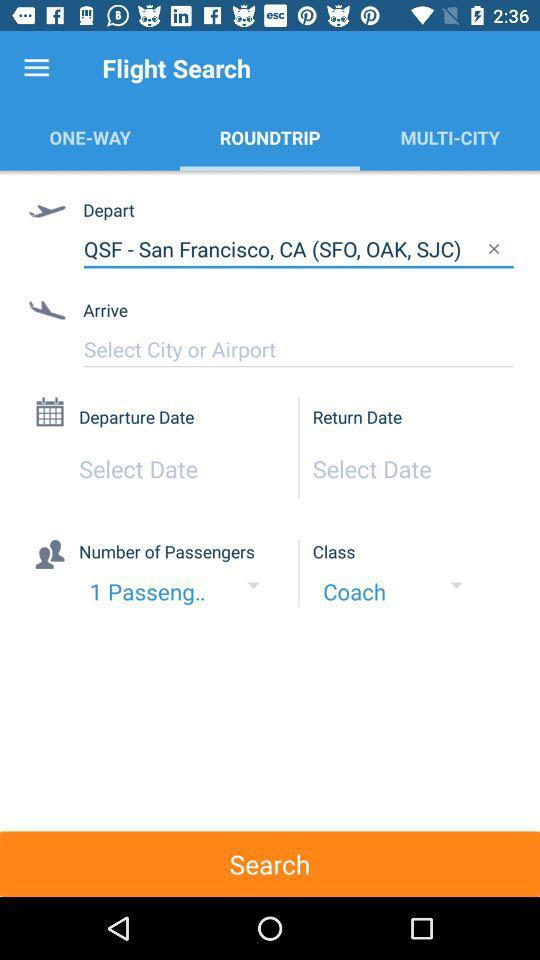 Image resolution: width=540 pixels, height=960 pixels. I want to click on the icon next to the flight search item, so click(36, 68).